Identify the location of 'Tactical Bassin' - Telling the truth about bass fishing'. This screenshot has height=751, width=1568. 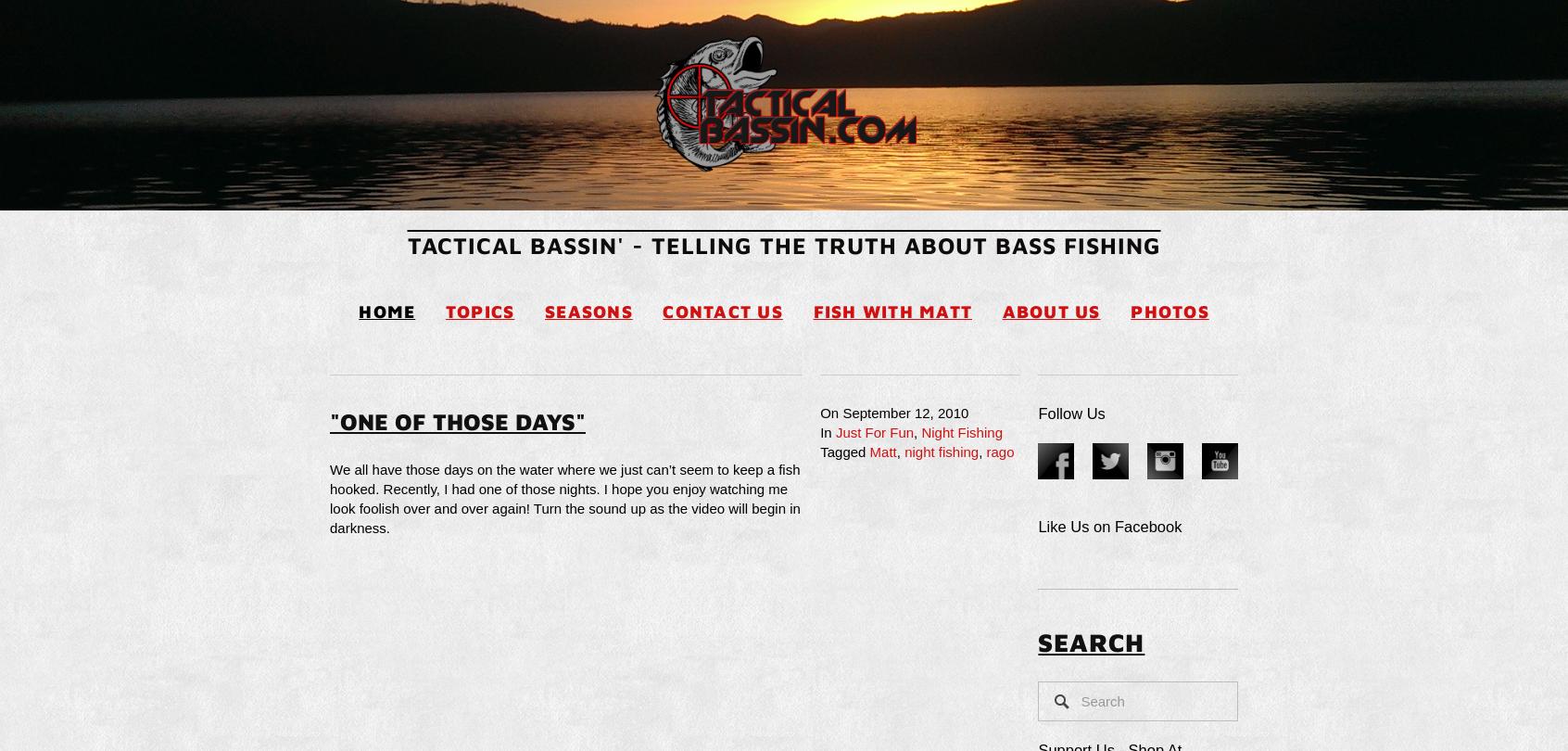
(406, 244).